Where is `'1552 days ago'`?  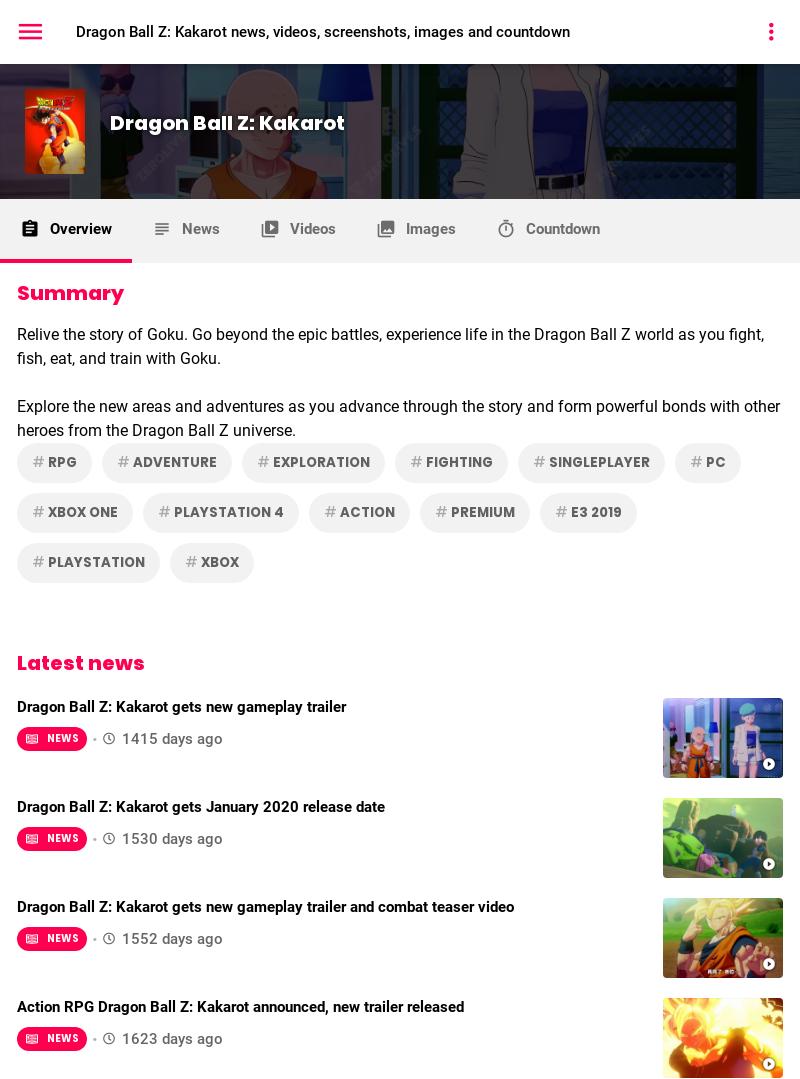
'1552 days ago' is located at coordinates (171, 939).